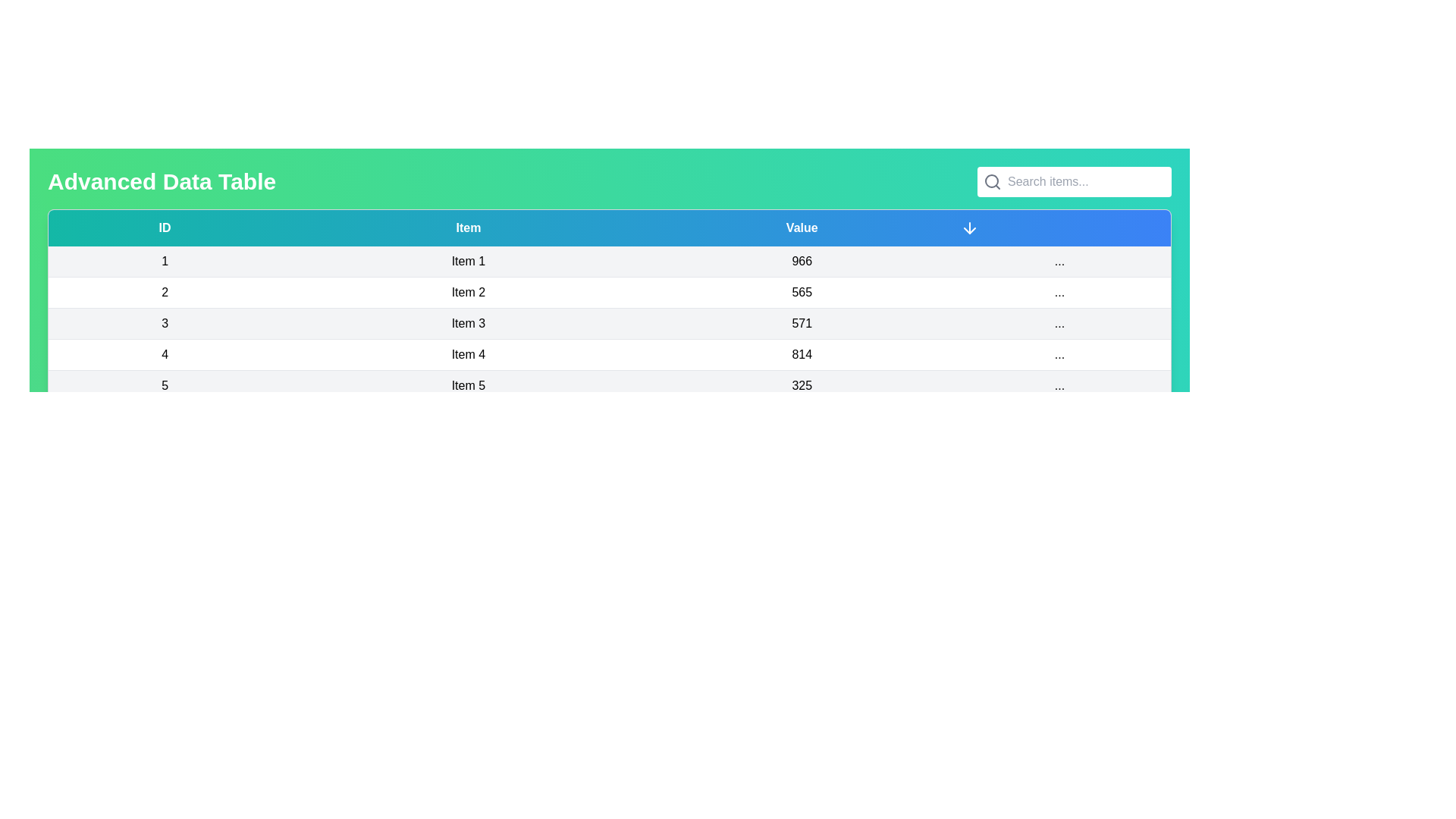 The width and height of the screenshot is (1456, 819). Describe the element at coordinates (164, 260) in the screenshot. I see `the text in the row corresponding to 1` at that location.